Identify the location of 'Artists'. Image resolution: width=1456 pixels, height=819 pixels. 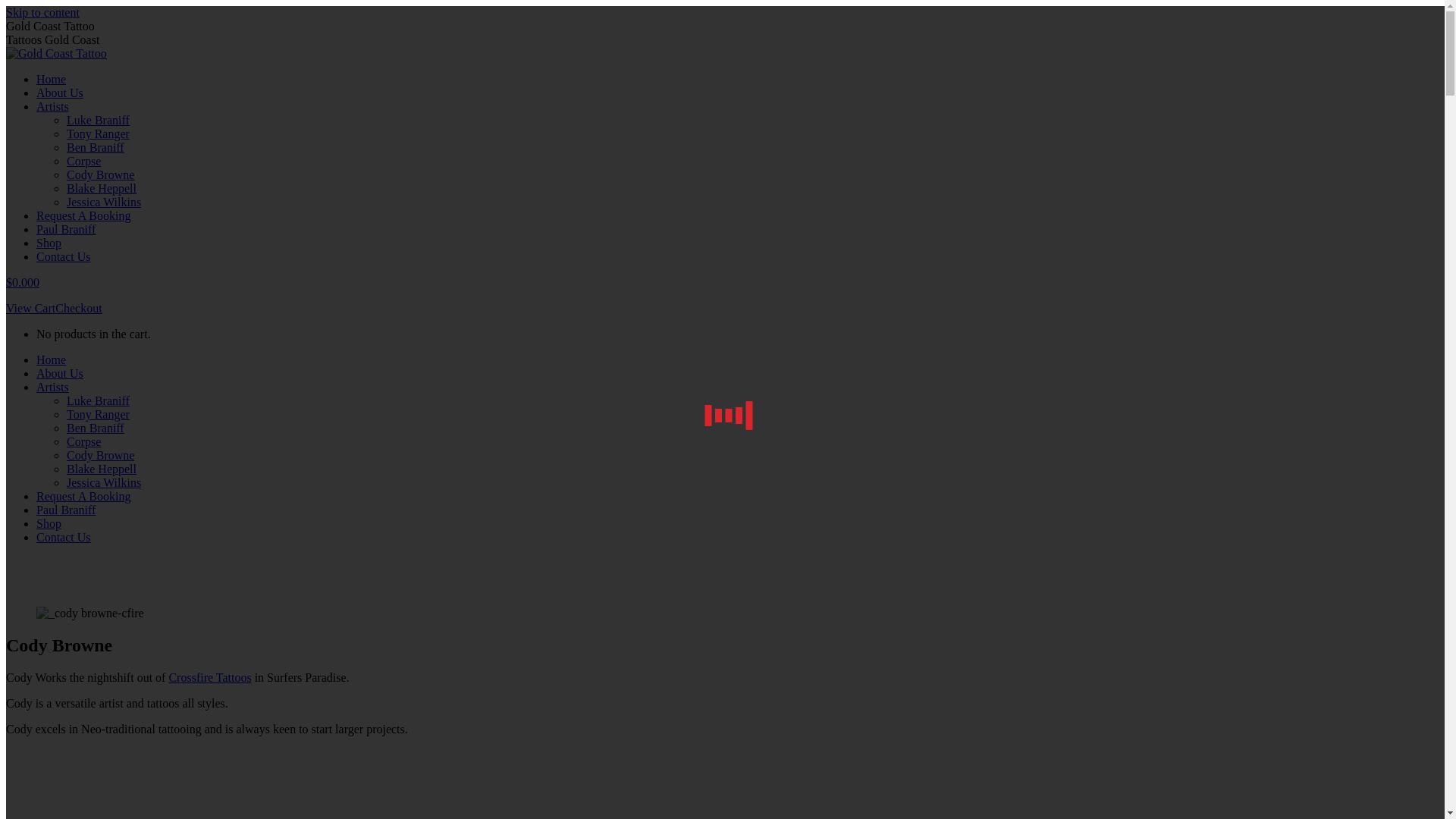
(52, 386).